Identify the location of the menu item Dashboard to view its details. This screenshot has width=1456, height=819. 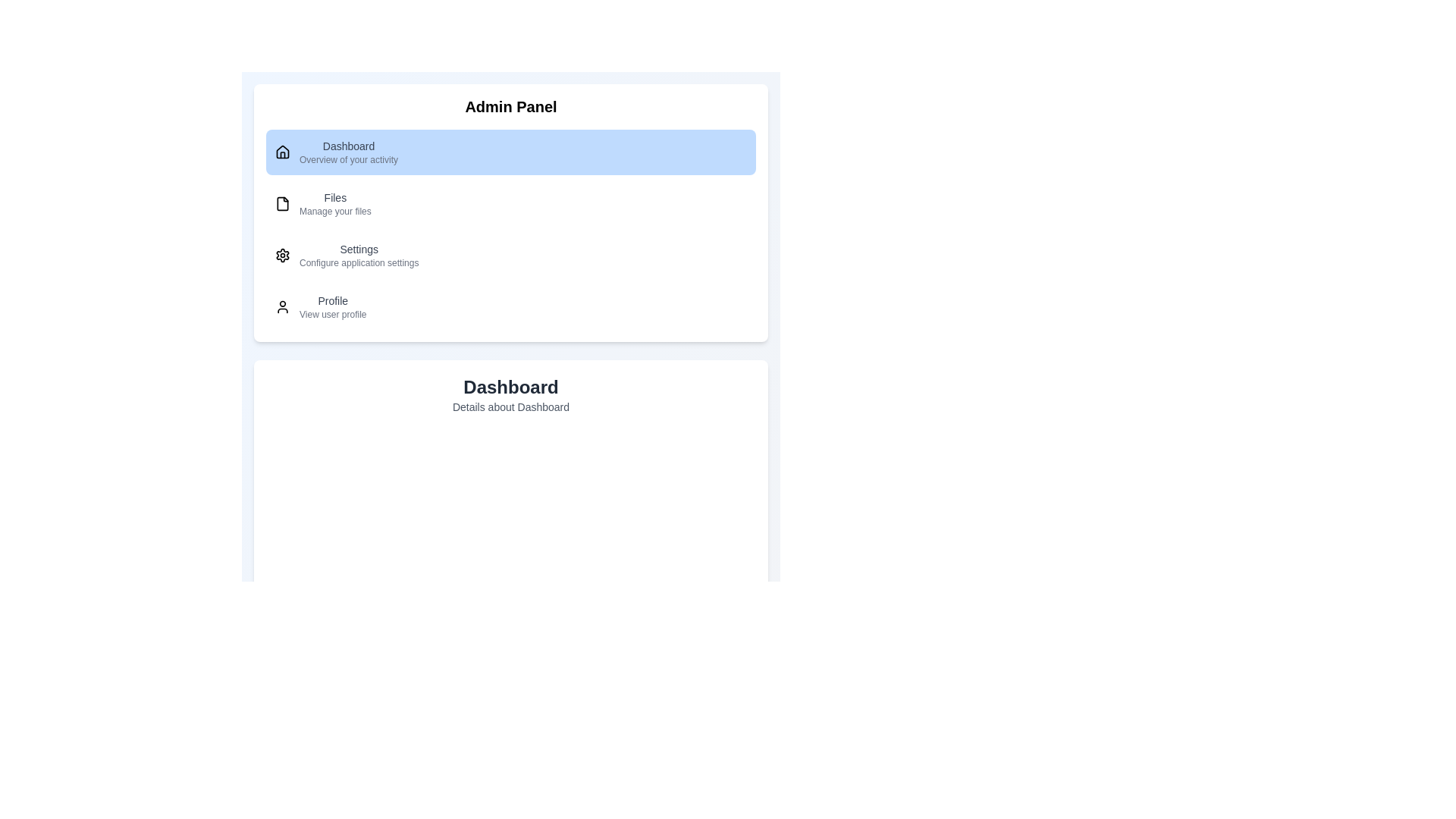
(510, 152).